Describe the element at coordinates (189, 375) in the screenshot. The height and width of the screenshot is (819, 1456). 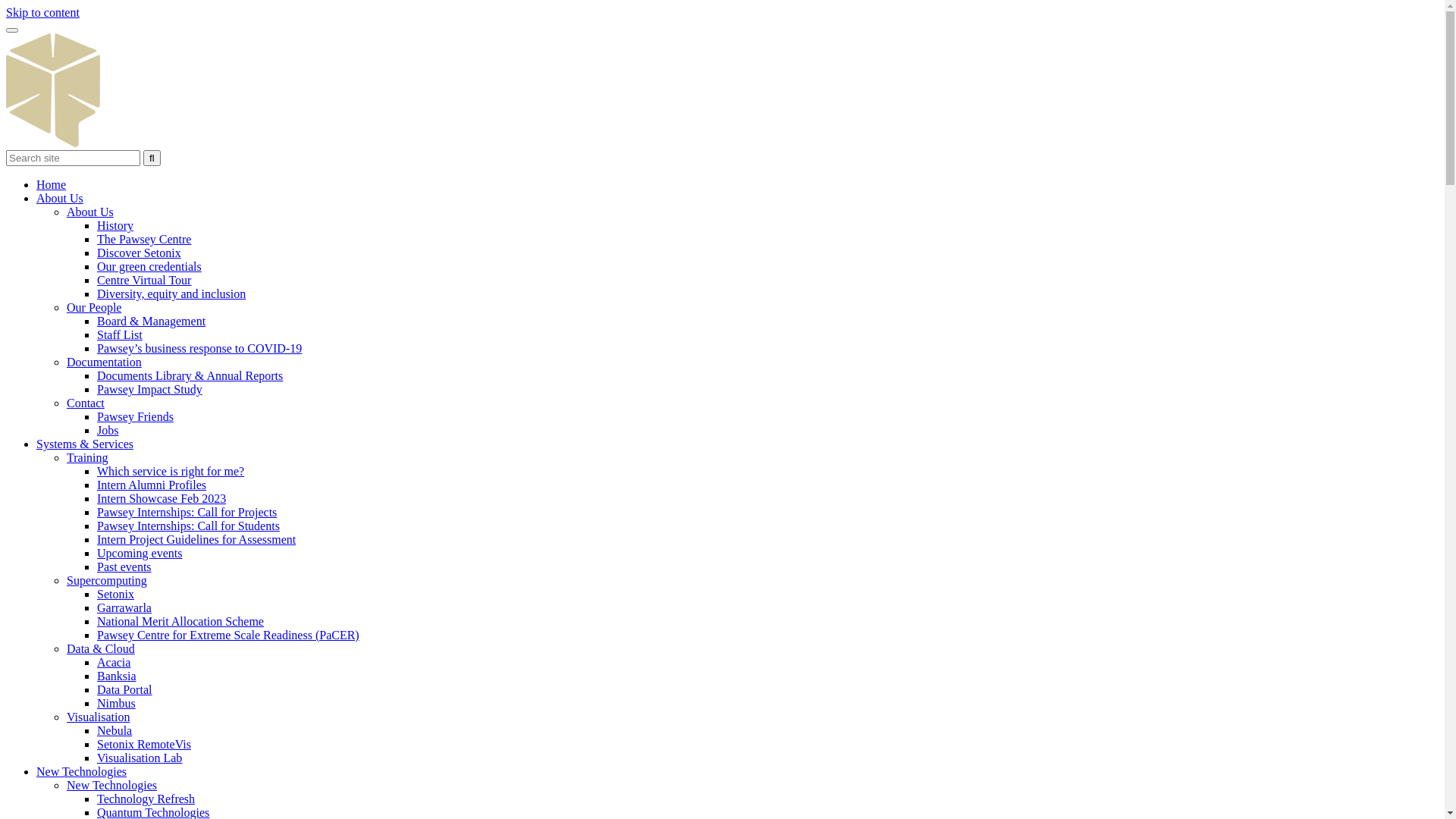
I see `'Documents Library & Annual Reports'` at that location.